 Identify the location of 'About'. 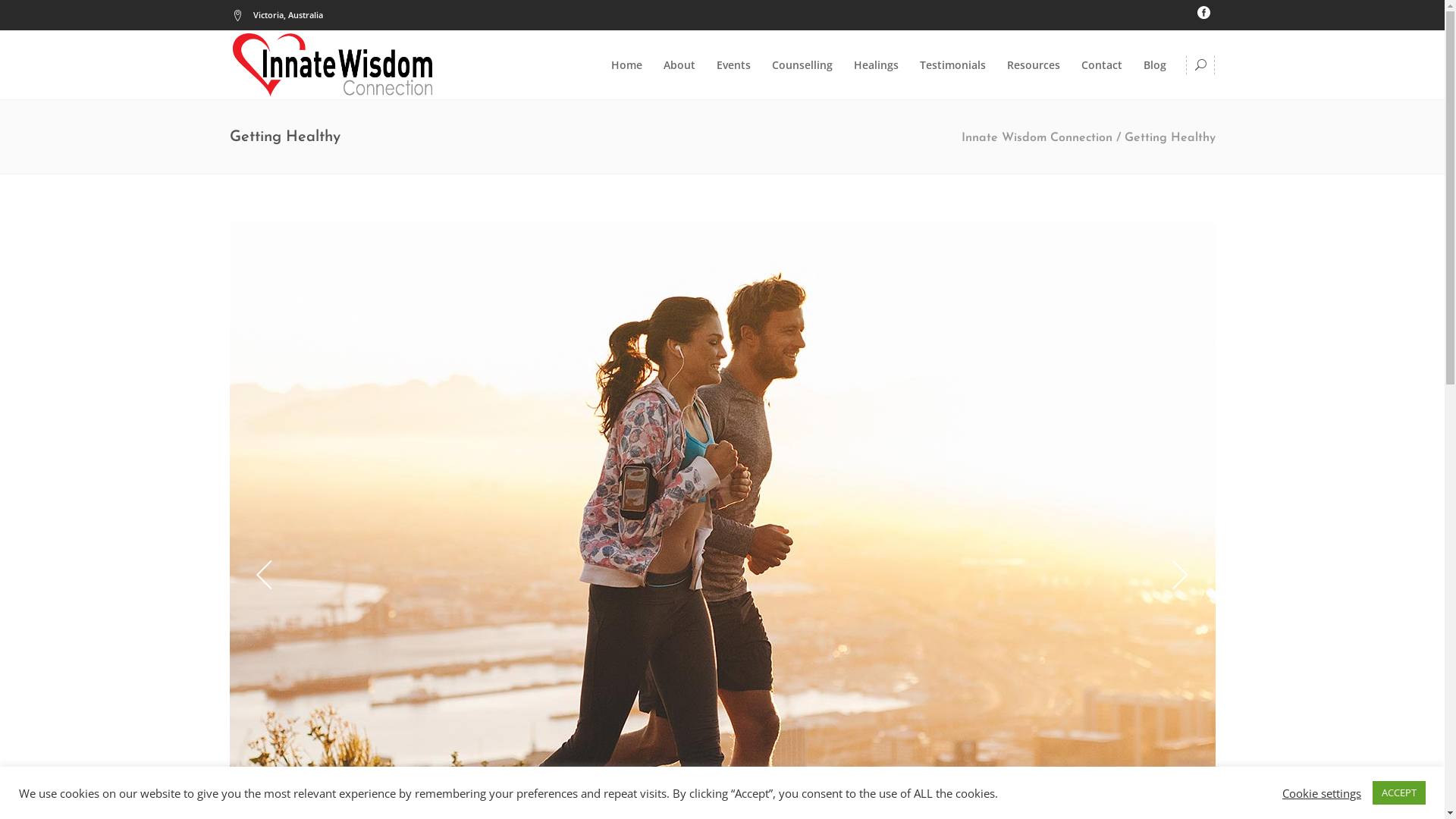
(677, 64).